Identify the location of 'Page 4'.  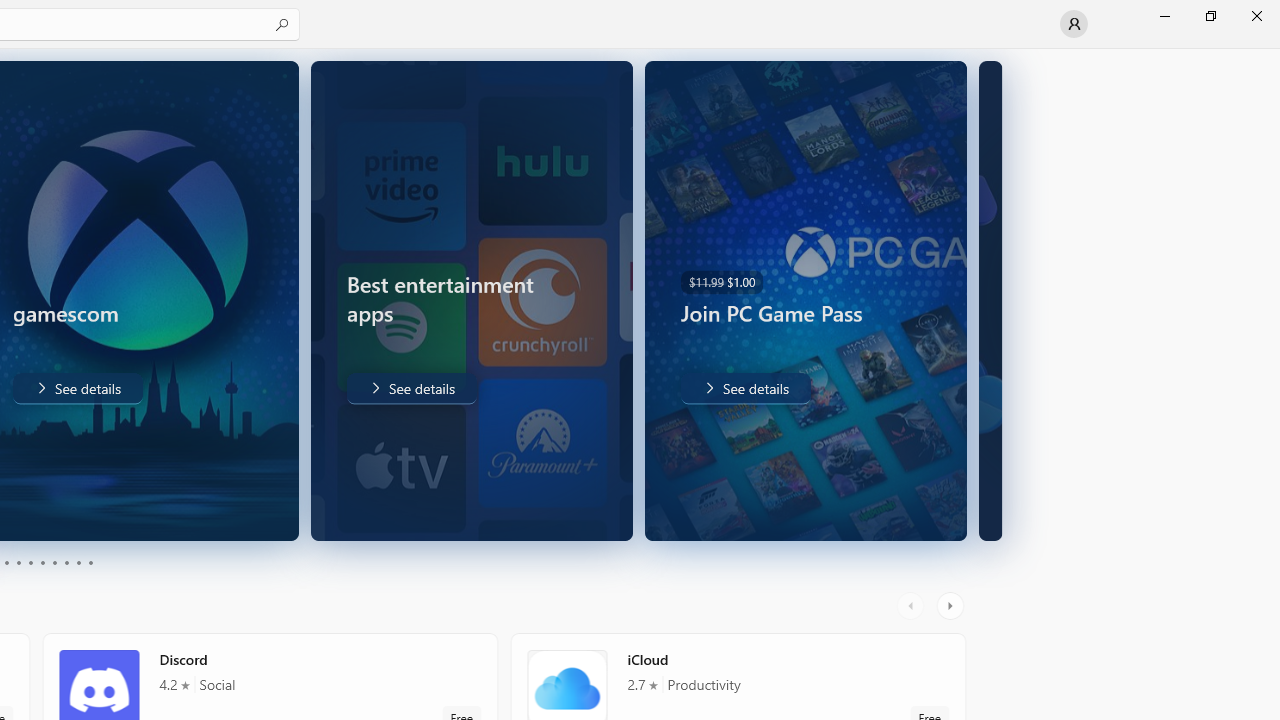
(17, 563).